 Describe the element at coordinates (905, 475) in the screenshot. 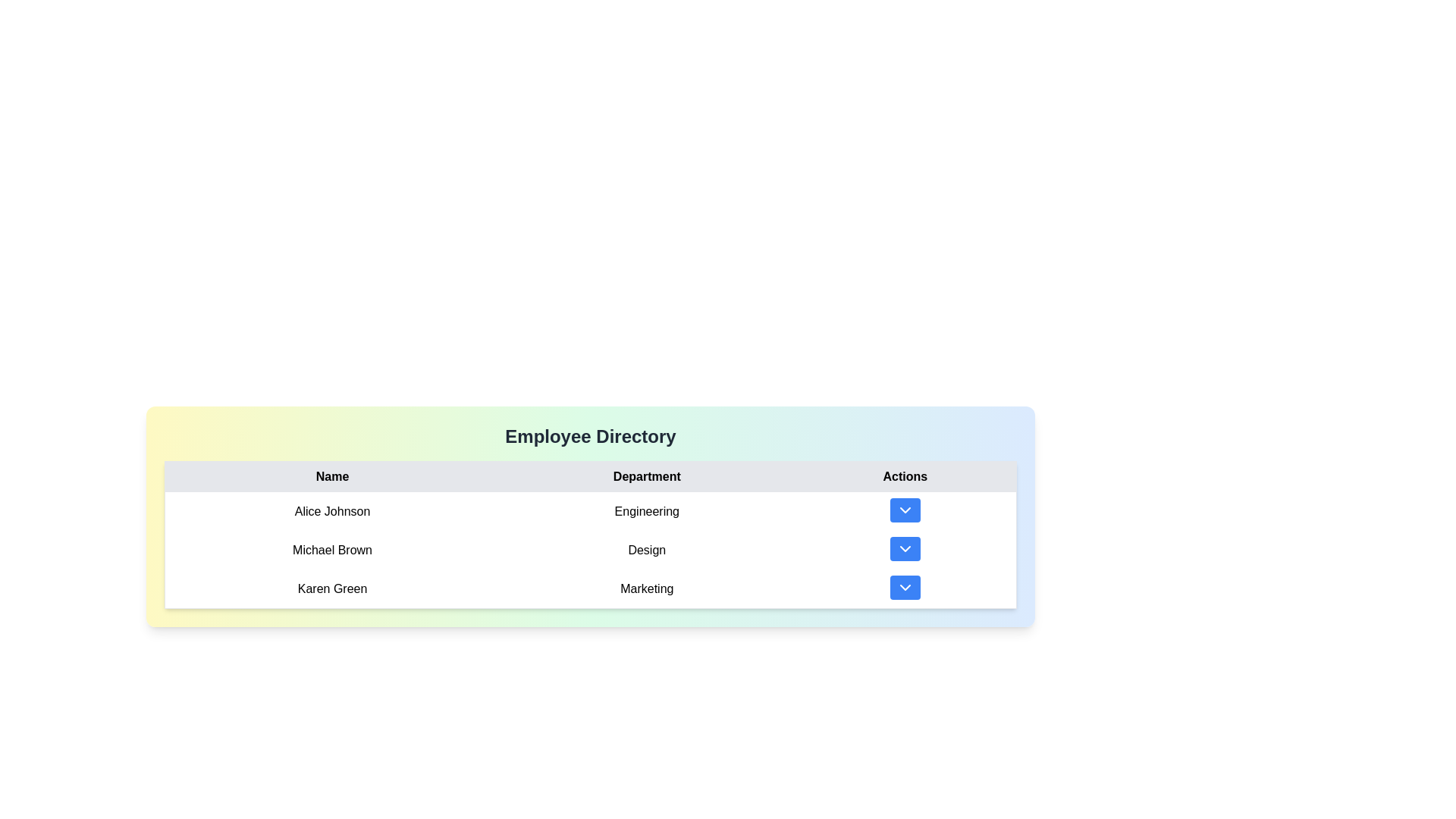

I see `the 'Actions' header text label in the table, which is the third column header indicating the purpose of the actions below` at that location.